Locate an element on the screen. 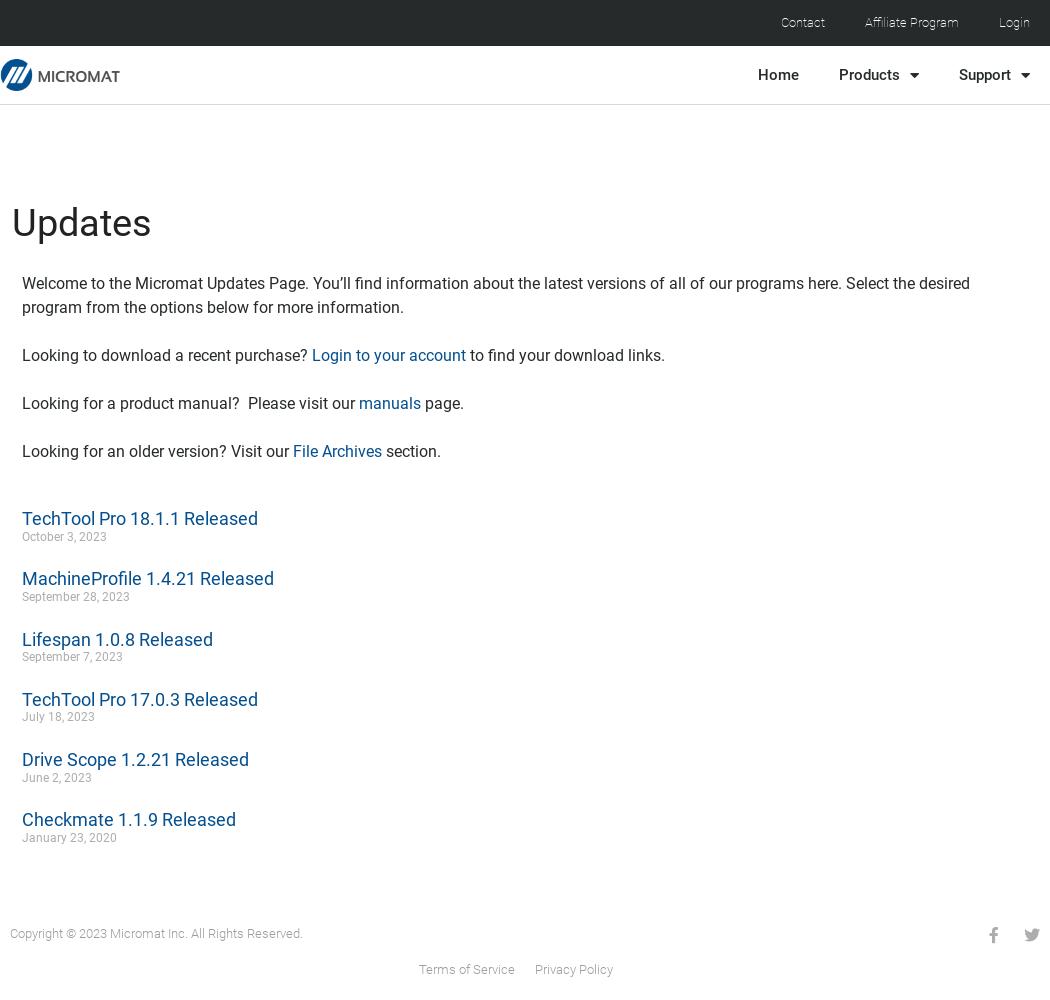 The height and width of the screenshot is (1000, 1050). 'Welcome to the Micromat Updates Page. You’ll find information about the latest versions of all of our programs here.' is located at coordinates (432, 283).